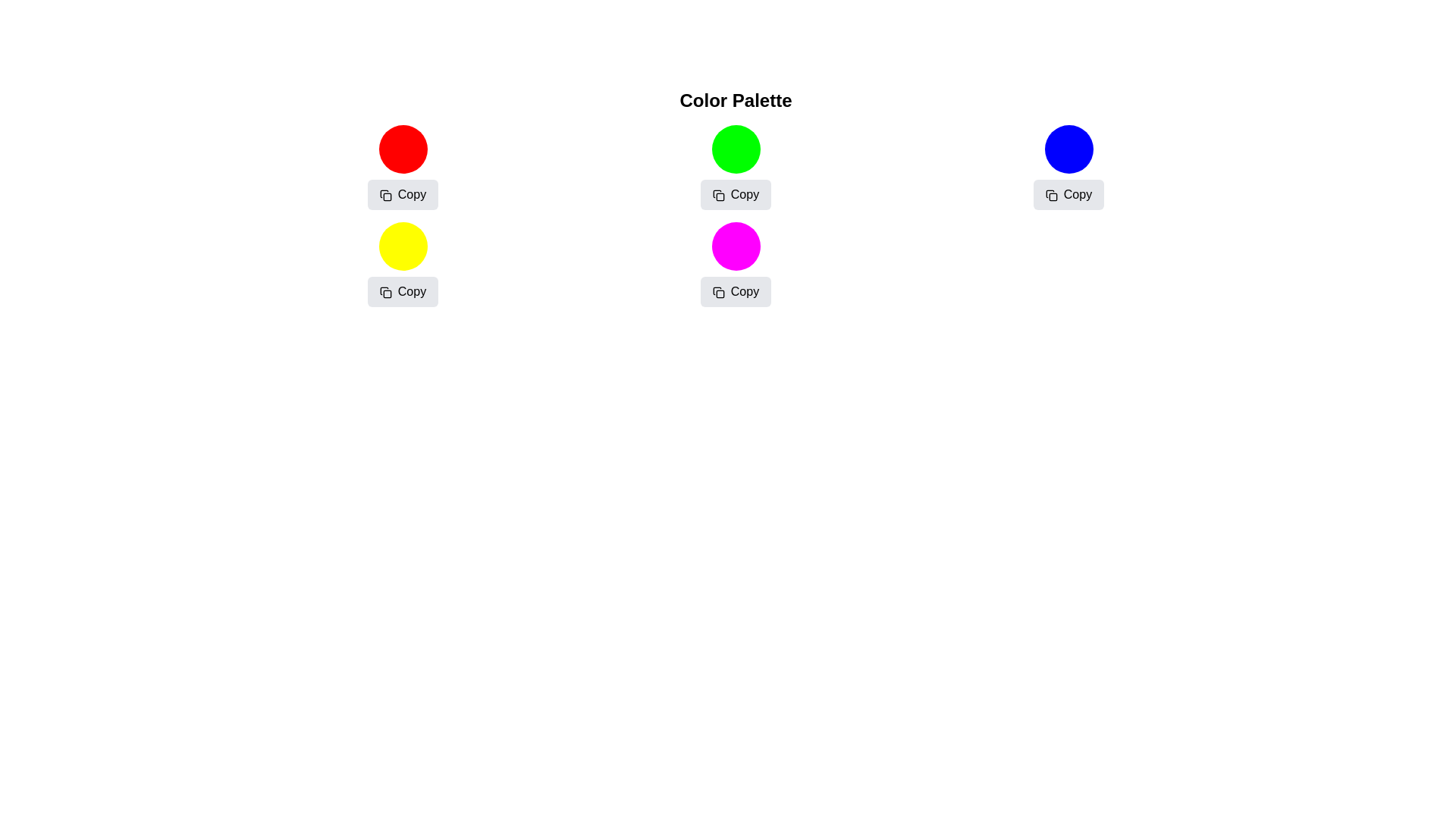  Describe the element at coordinates (736, 100) in the screenshot. I see `the static header labeled 'Color Palette' that is located in the upper part of the interface, centered horizontally above a grid of colored circles` at that location.